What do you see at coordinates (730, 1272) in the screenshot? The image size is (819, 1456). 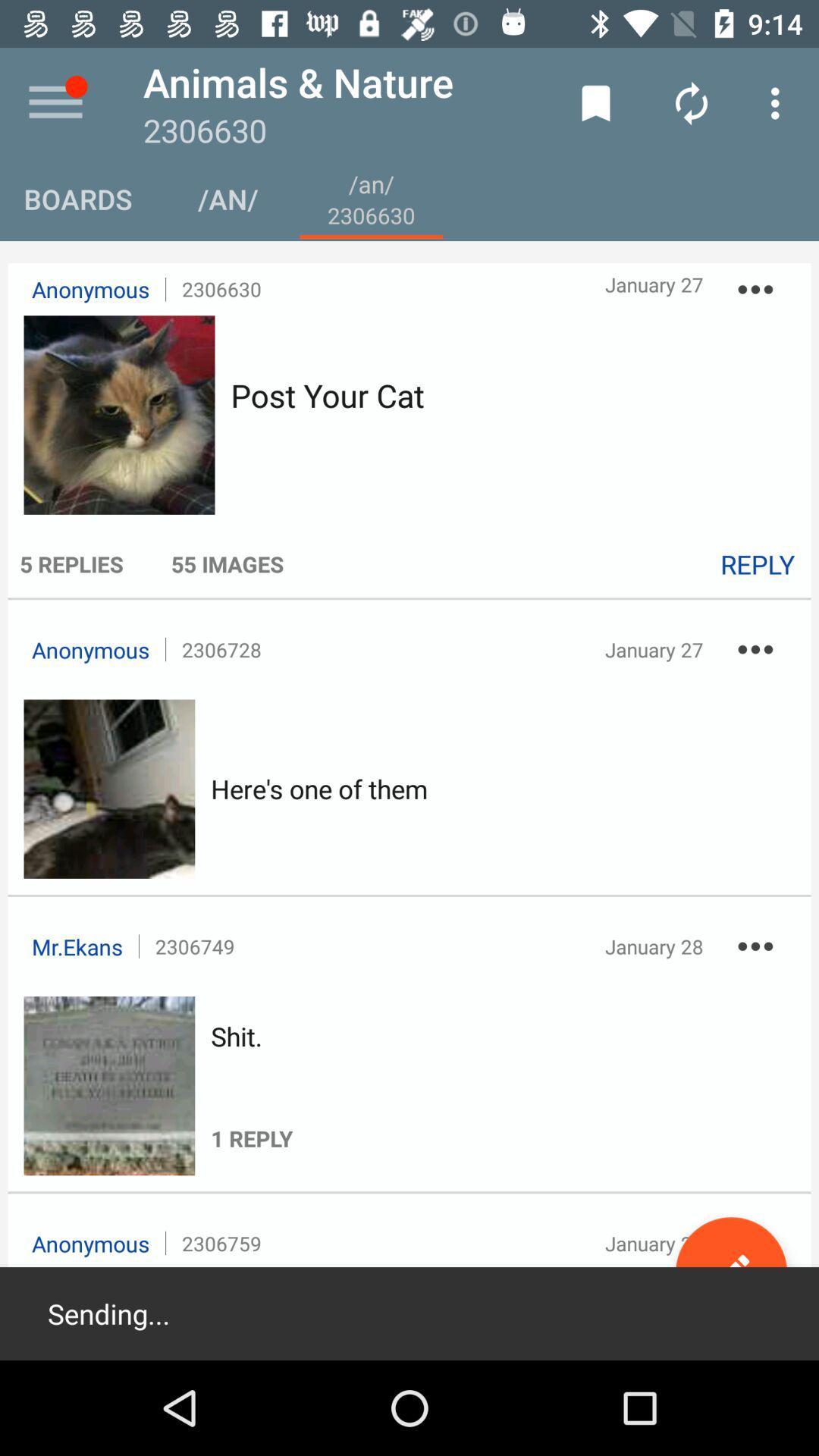 I see `the icon next to 2306759 icon` at bounding box center [730, 1272].